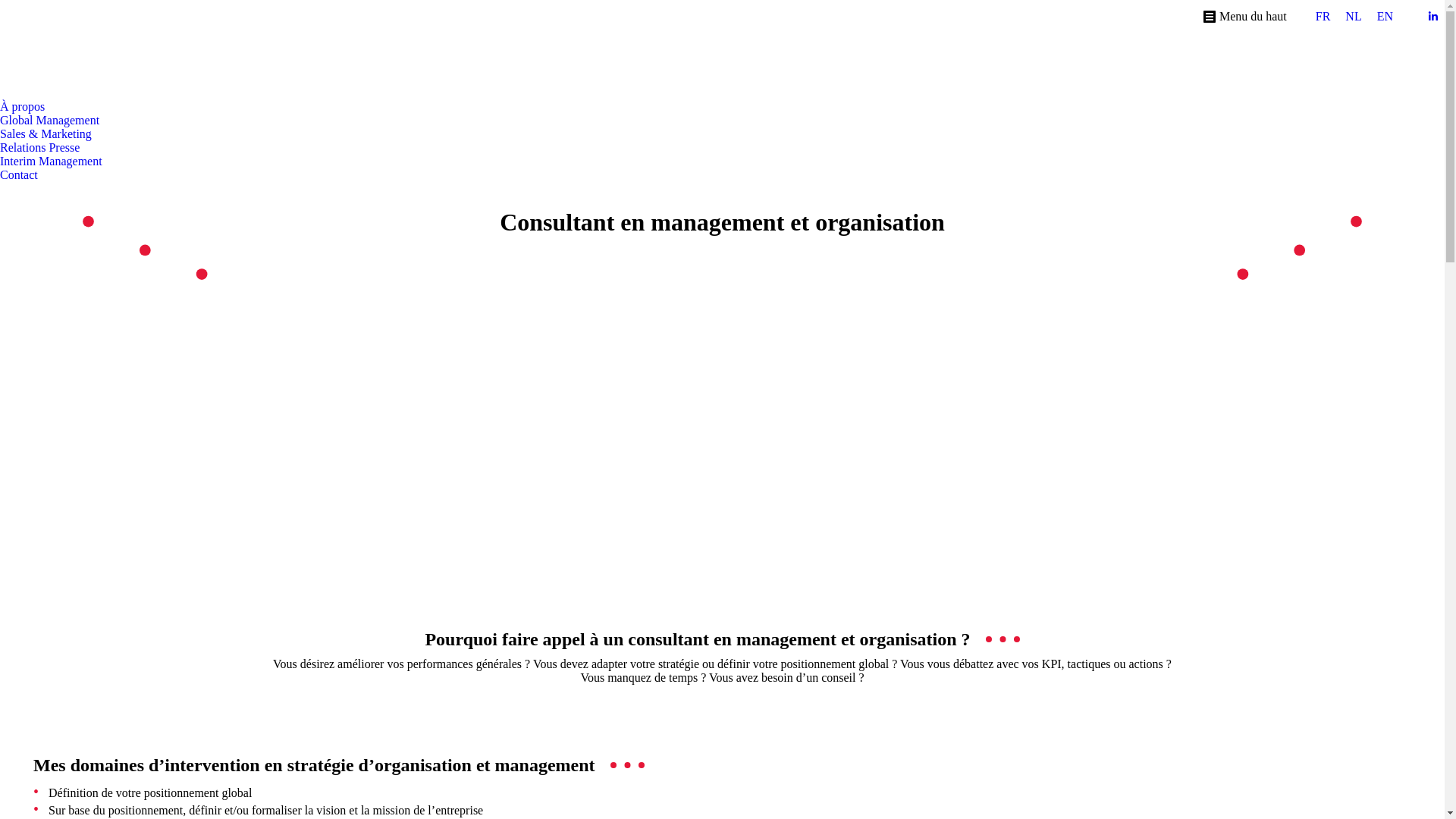 The image size is (1456, 819). What do you see at coordinates (39, 148) in the screenshot?
I see `'Relations Presse'` at bounding box center [39, 148].